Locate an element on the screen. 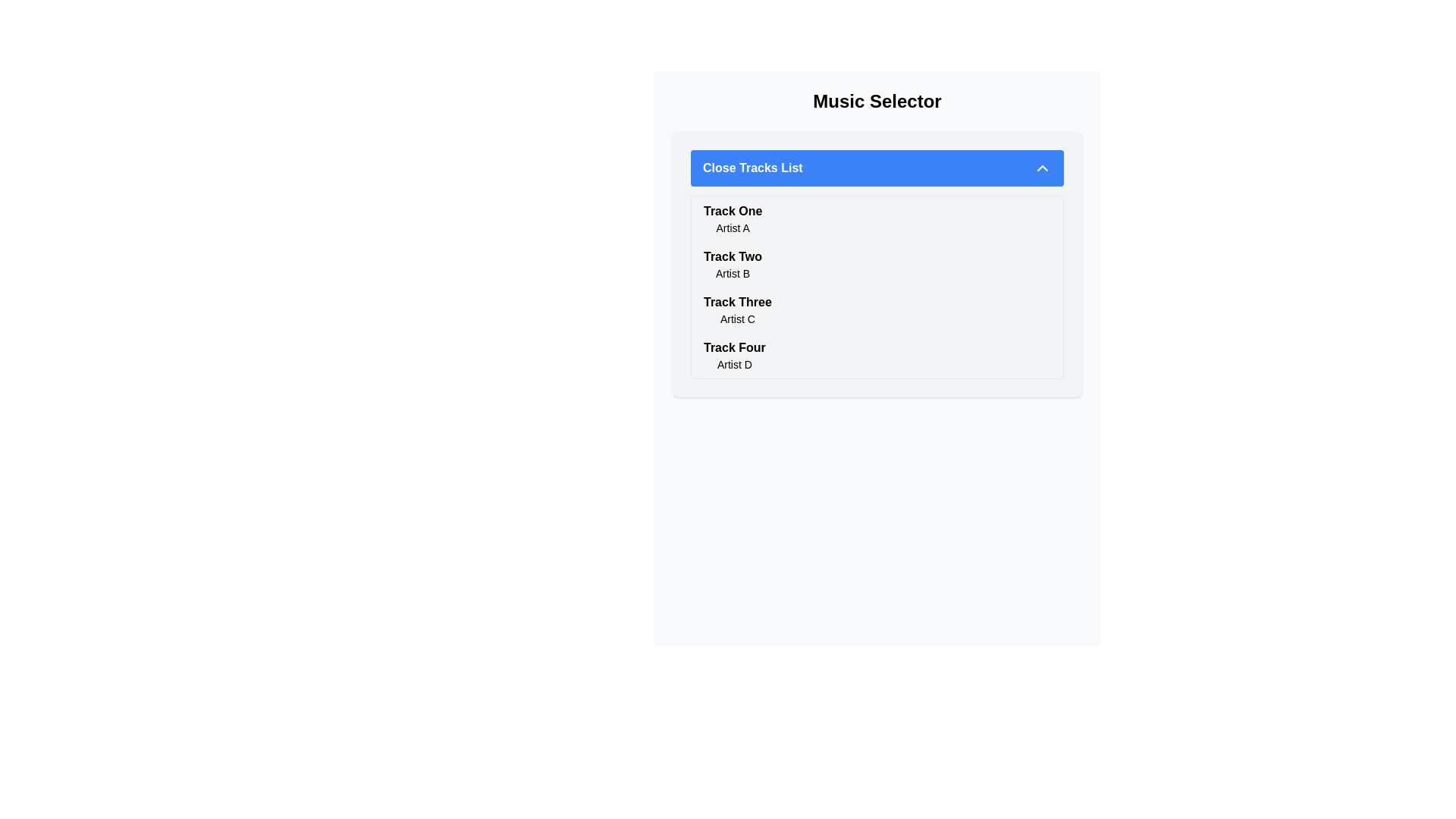 The image size is (1456, 819). the chevron-shaped icon button located at the far right end of the header titled 'Close Tracks List' is located at coordinates (1041, 168).